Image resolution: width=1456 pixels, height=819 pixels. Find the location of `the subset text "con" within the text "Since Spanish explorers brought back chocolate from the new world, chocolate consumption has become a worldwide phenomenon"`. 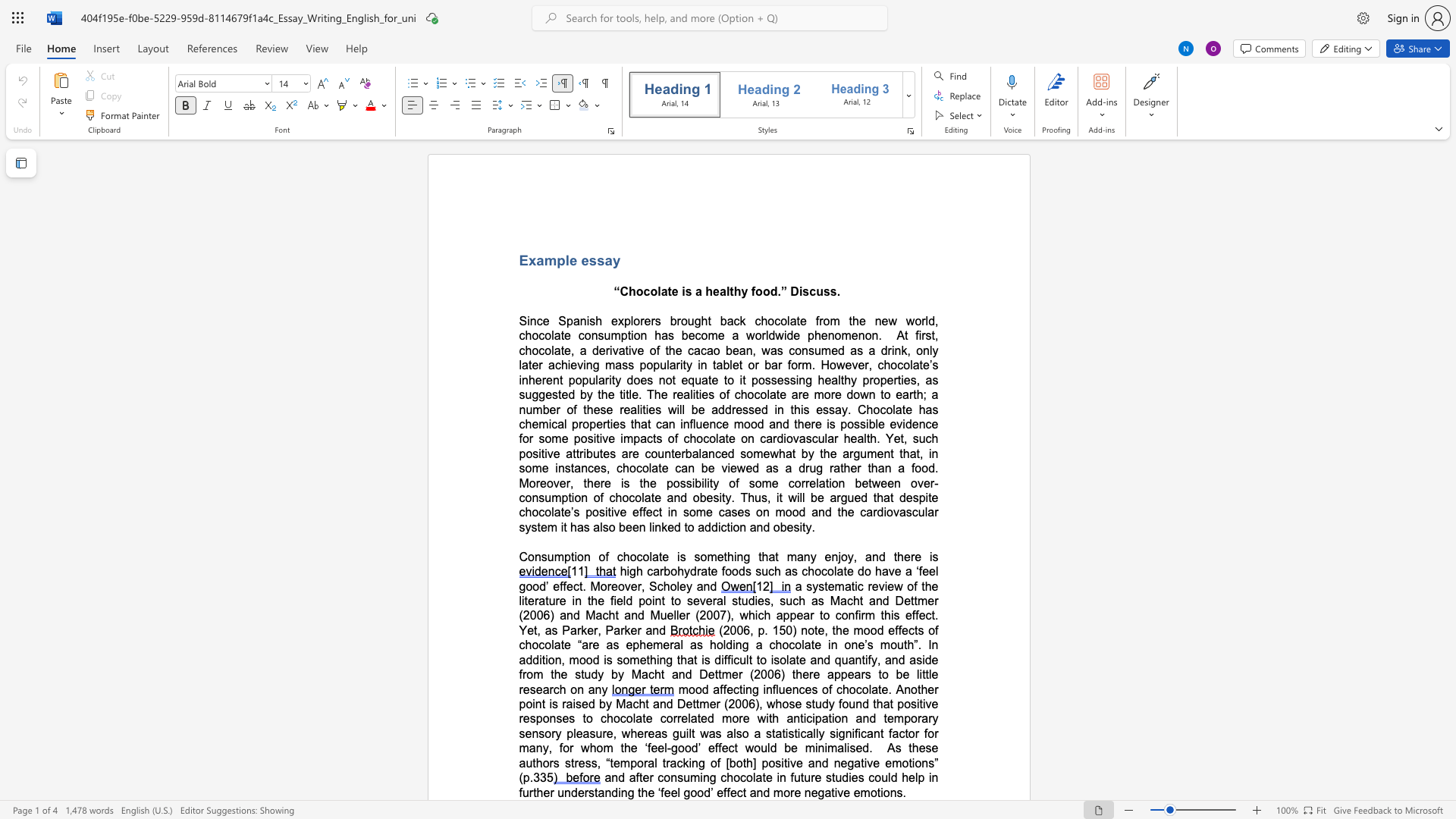

the subset text "con" within the text "Since Spanish explorers brought back chocolate from the new world, chocolate consumption has become a worldwide phenomenon" is located at coordinates (577, 334).